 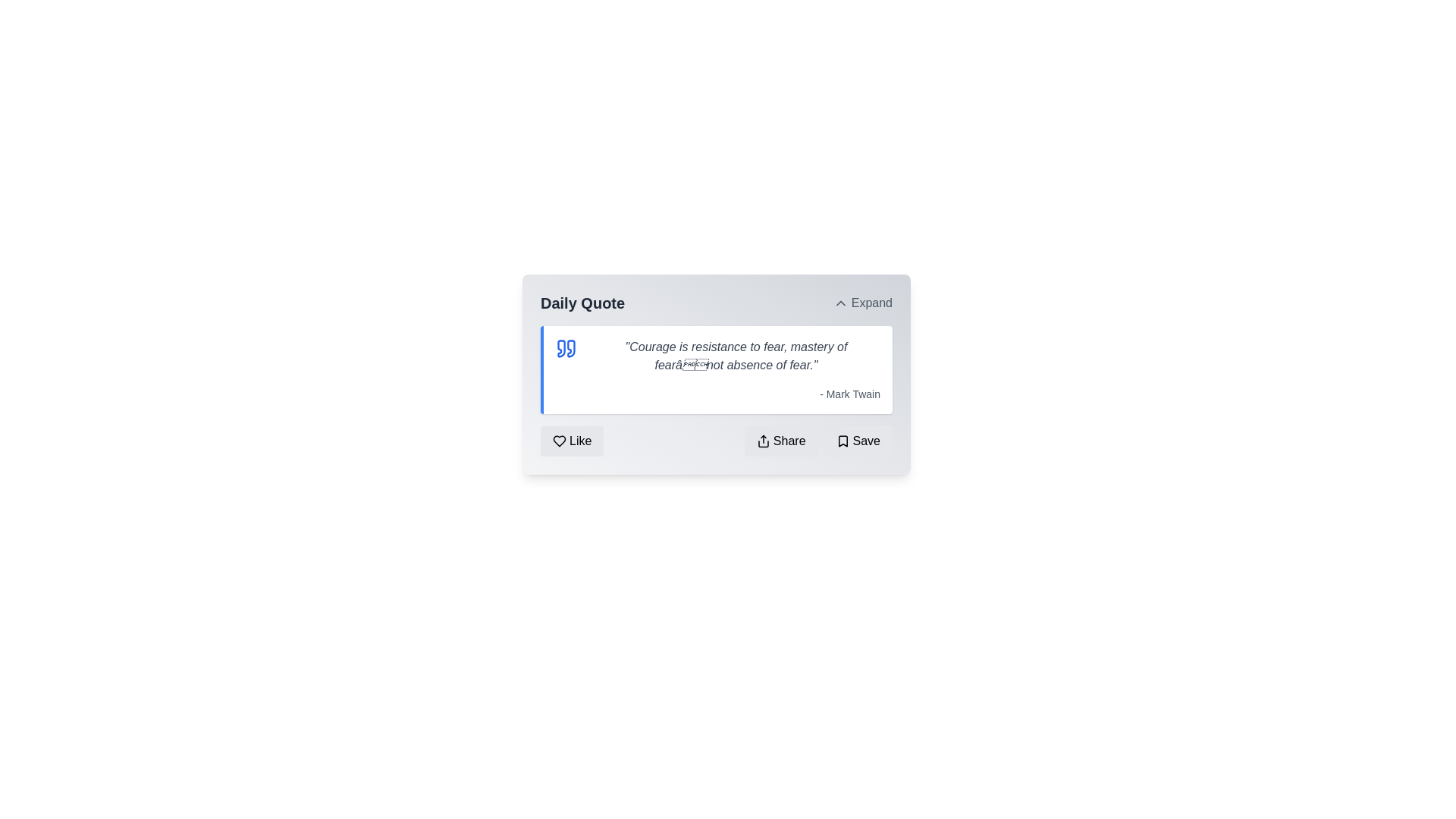 What do you see at coordinates (716, 441) in the screenshot?
I see `the 'Like' button on the interactive toolbar located beneath the quote '- Mark Twain.'` at bounding box center [716, 441].